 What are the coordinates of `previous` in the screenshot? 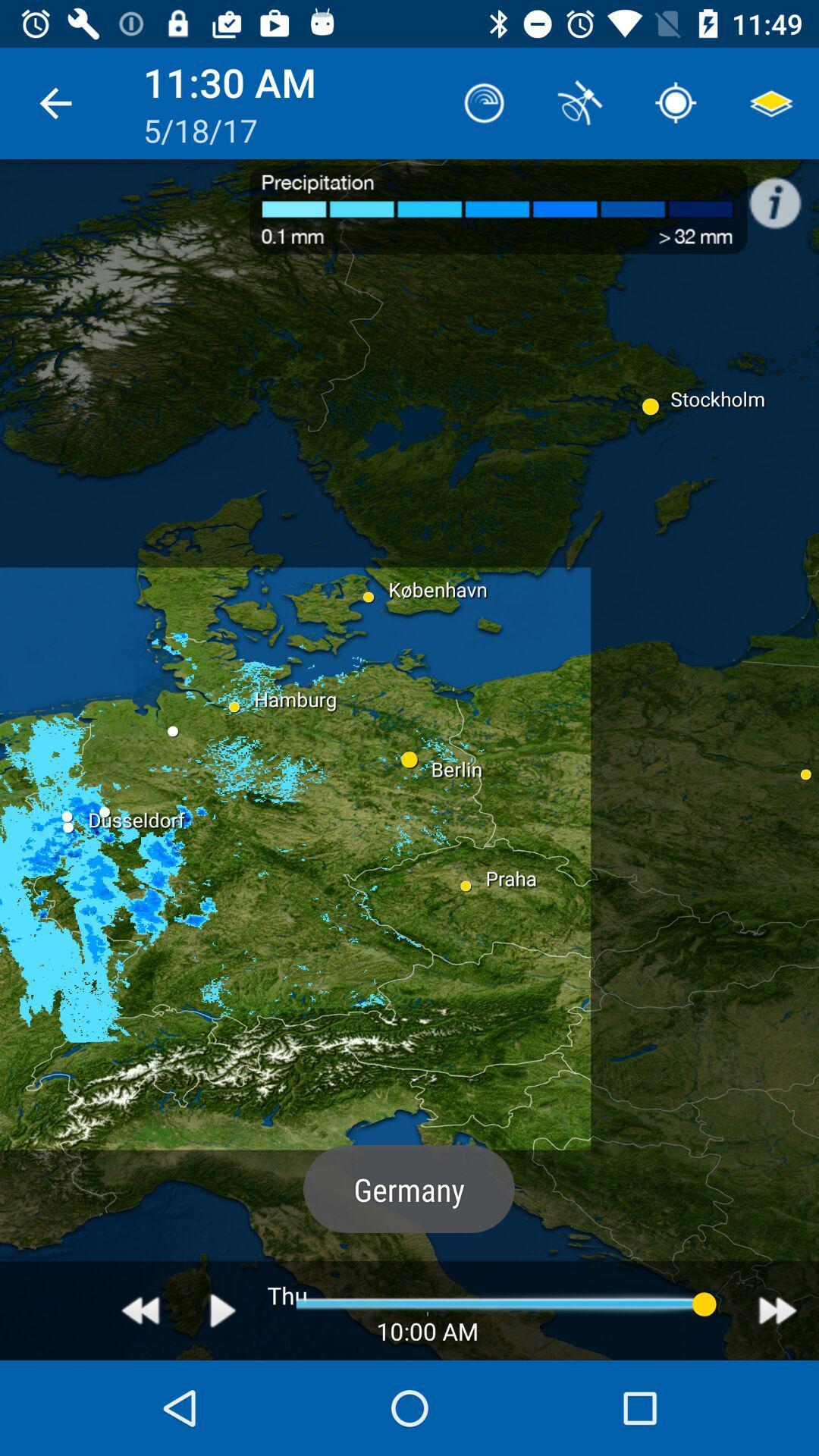 It's located at (140, 1310).